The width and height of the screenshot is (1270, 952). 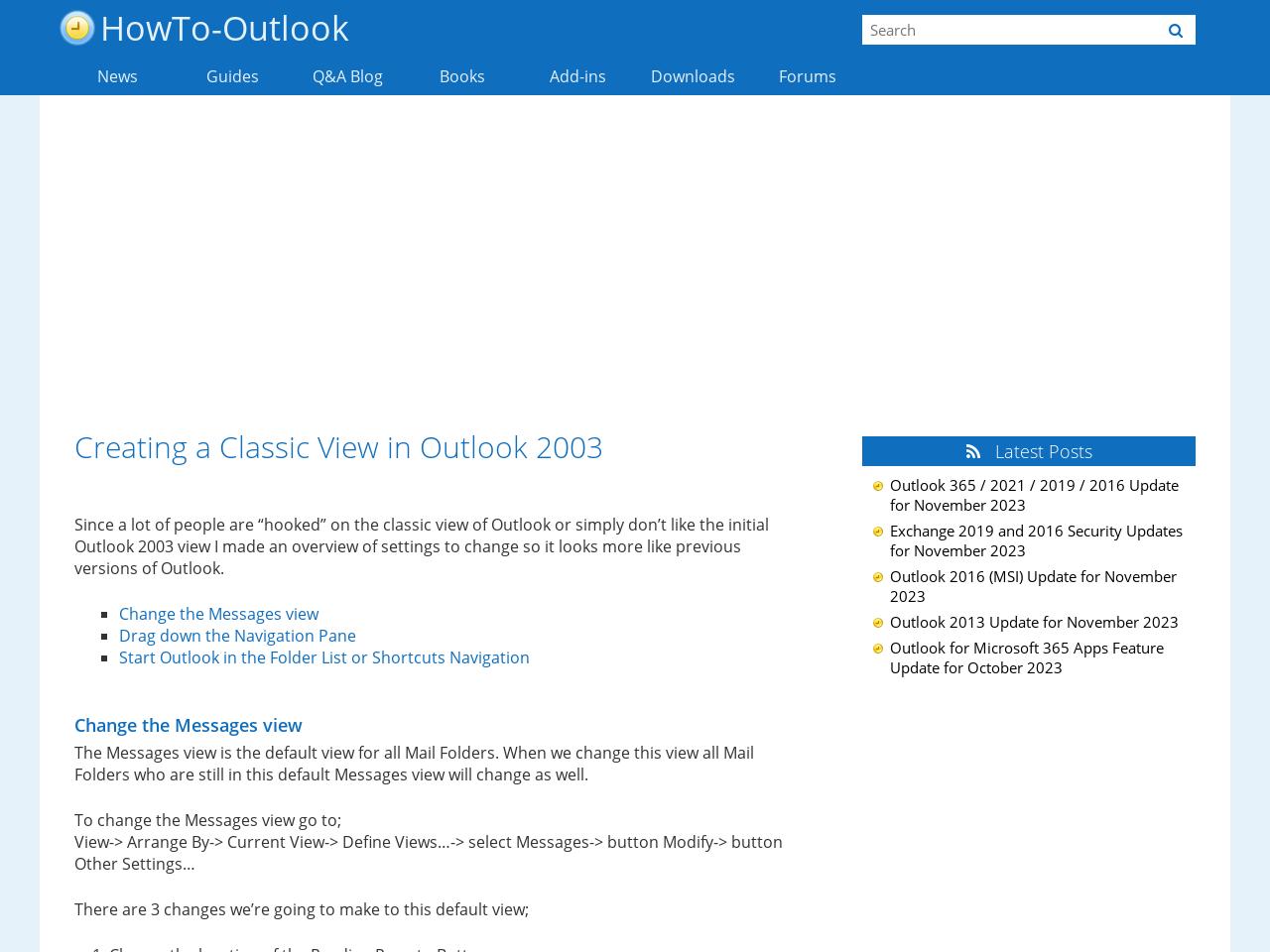 I want to click on 'News', so click(x=115, y=75).